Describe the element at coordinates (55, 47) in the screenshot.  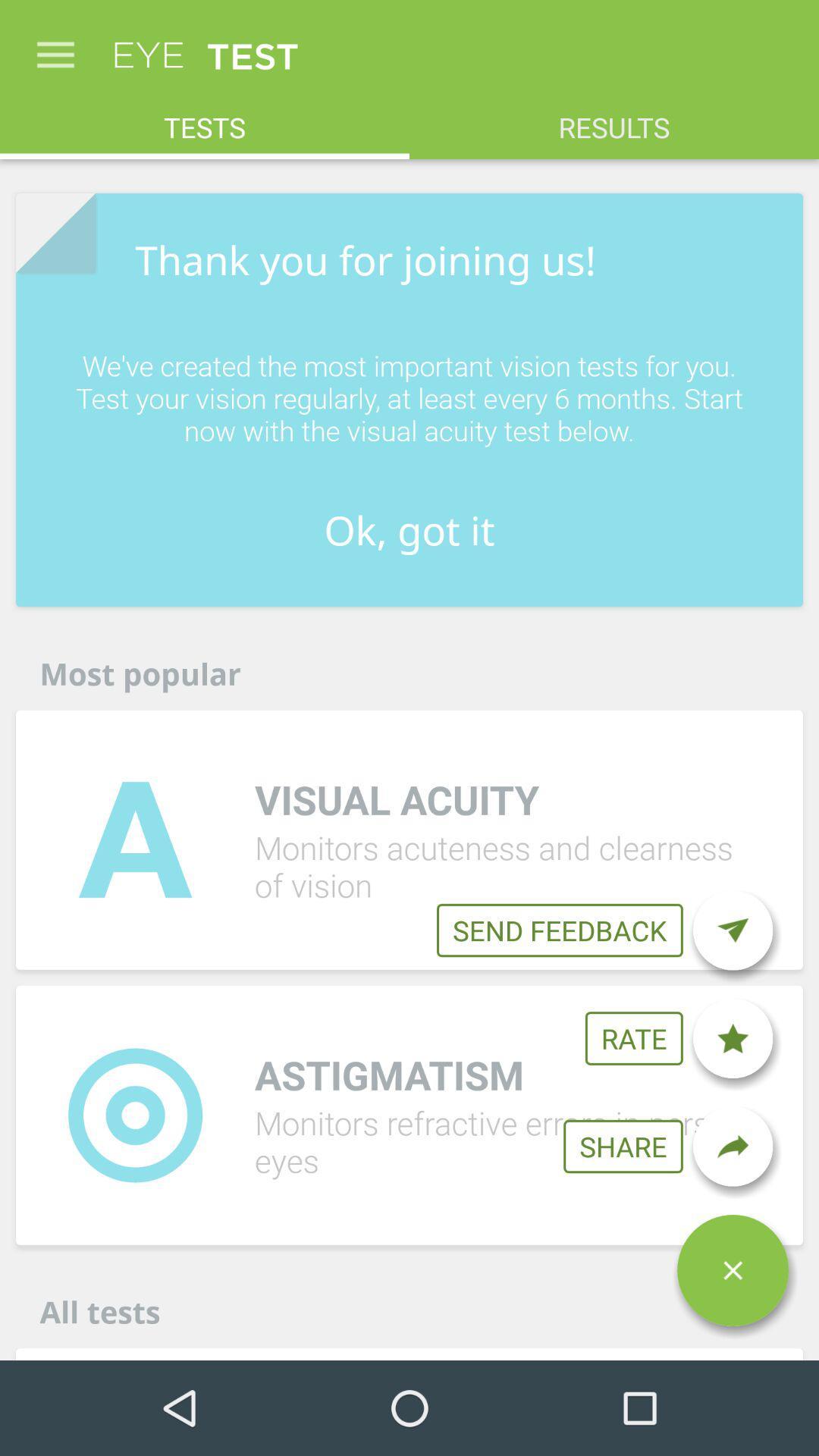
I see `icon next to eye icon` at that location.